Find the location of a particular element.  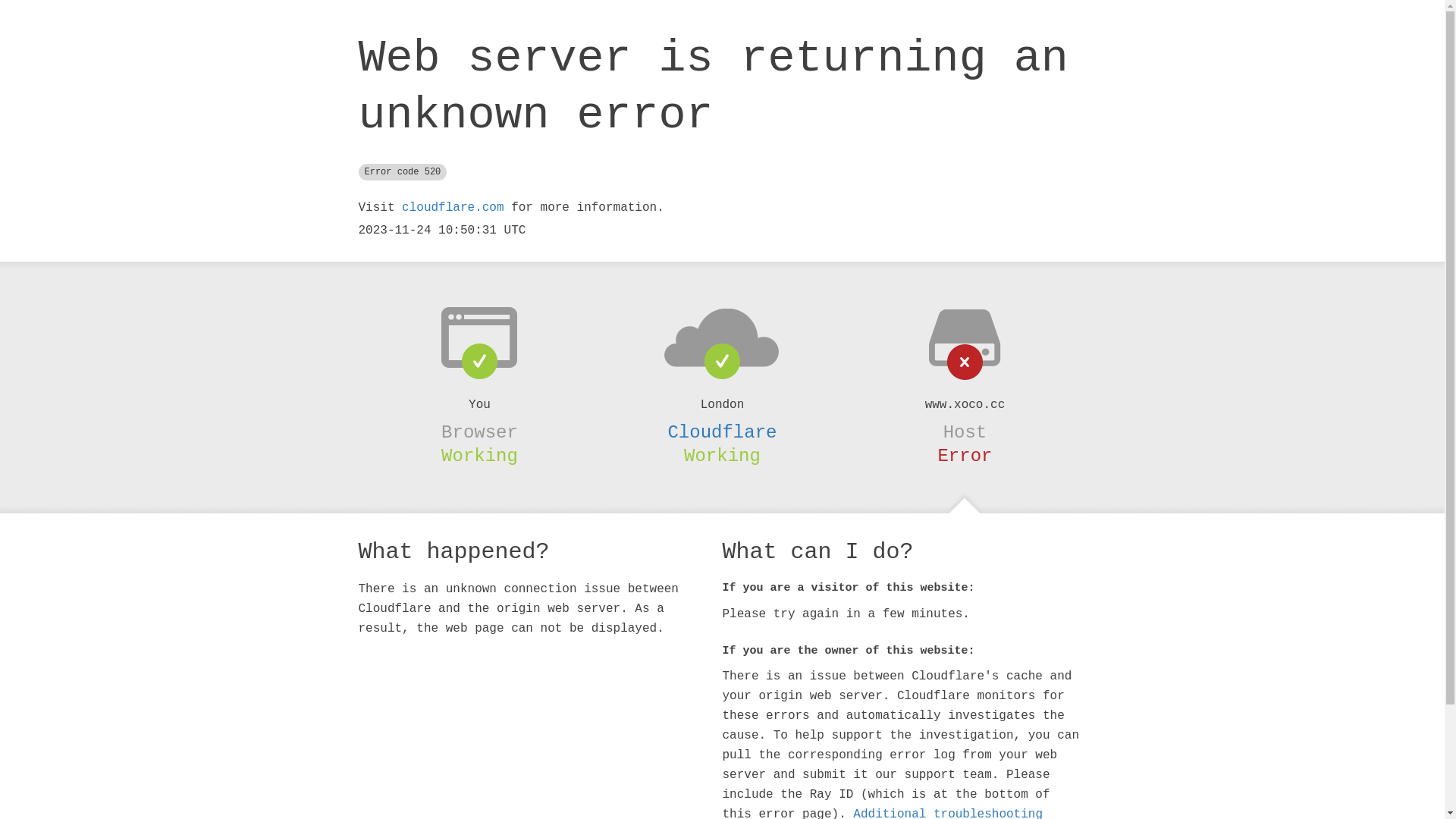

'cloudflare.com' is located at coordinates (451, 207).